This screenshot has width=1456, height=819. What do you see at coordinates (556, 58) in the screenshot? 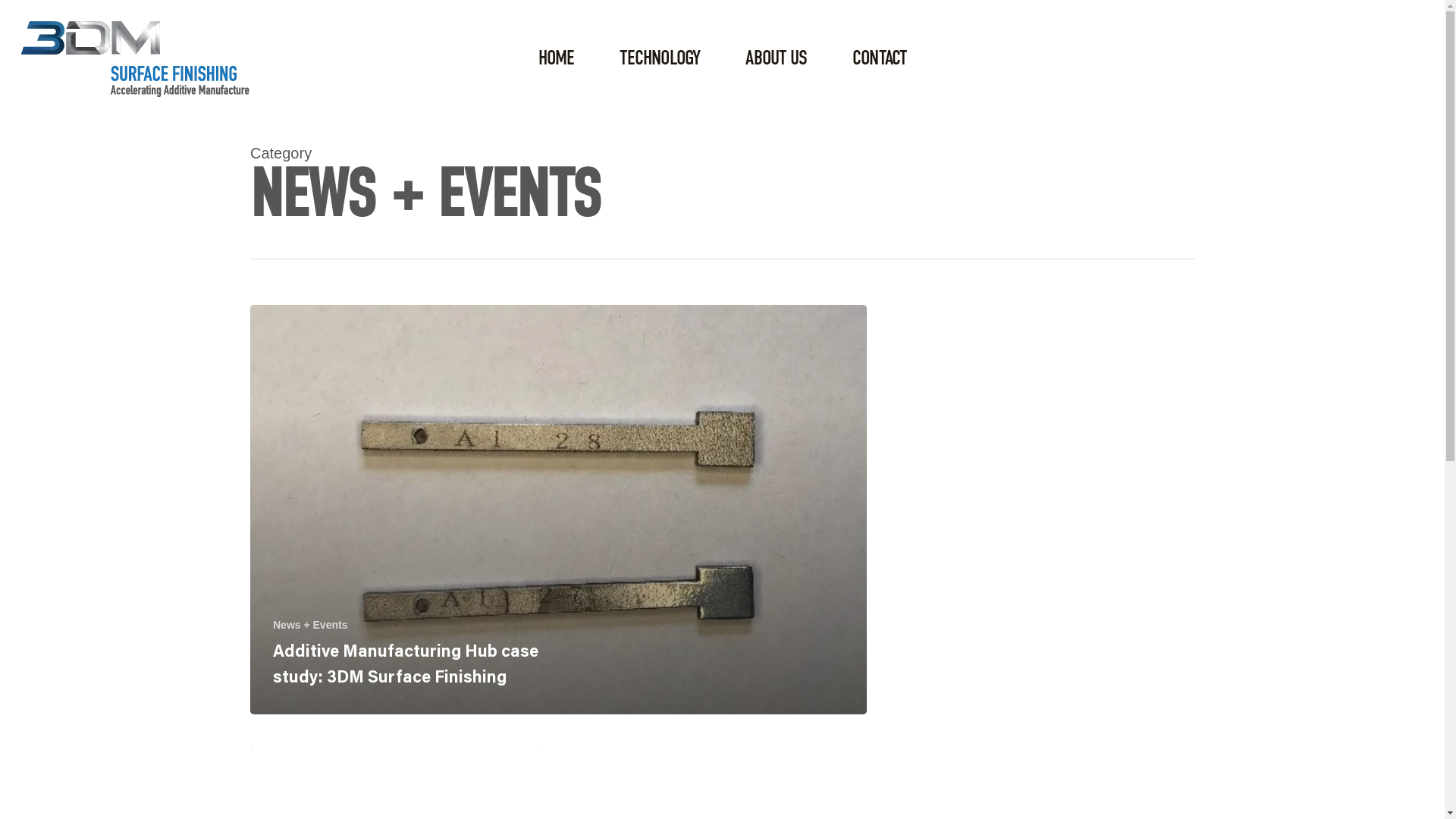
I see `'HOME'` at bounding box center [556, 58].